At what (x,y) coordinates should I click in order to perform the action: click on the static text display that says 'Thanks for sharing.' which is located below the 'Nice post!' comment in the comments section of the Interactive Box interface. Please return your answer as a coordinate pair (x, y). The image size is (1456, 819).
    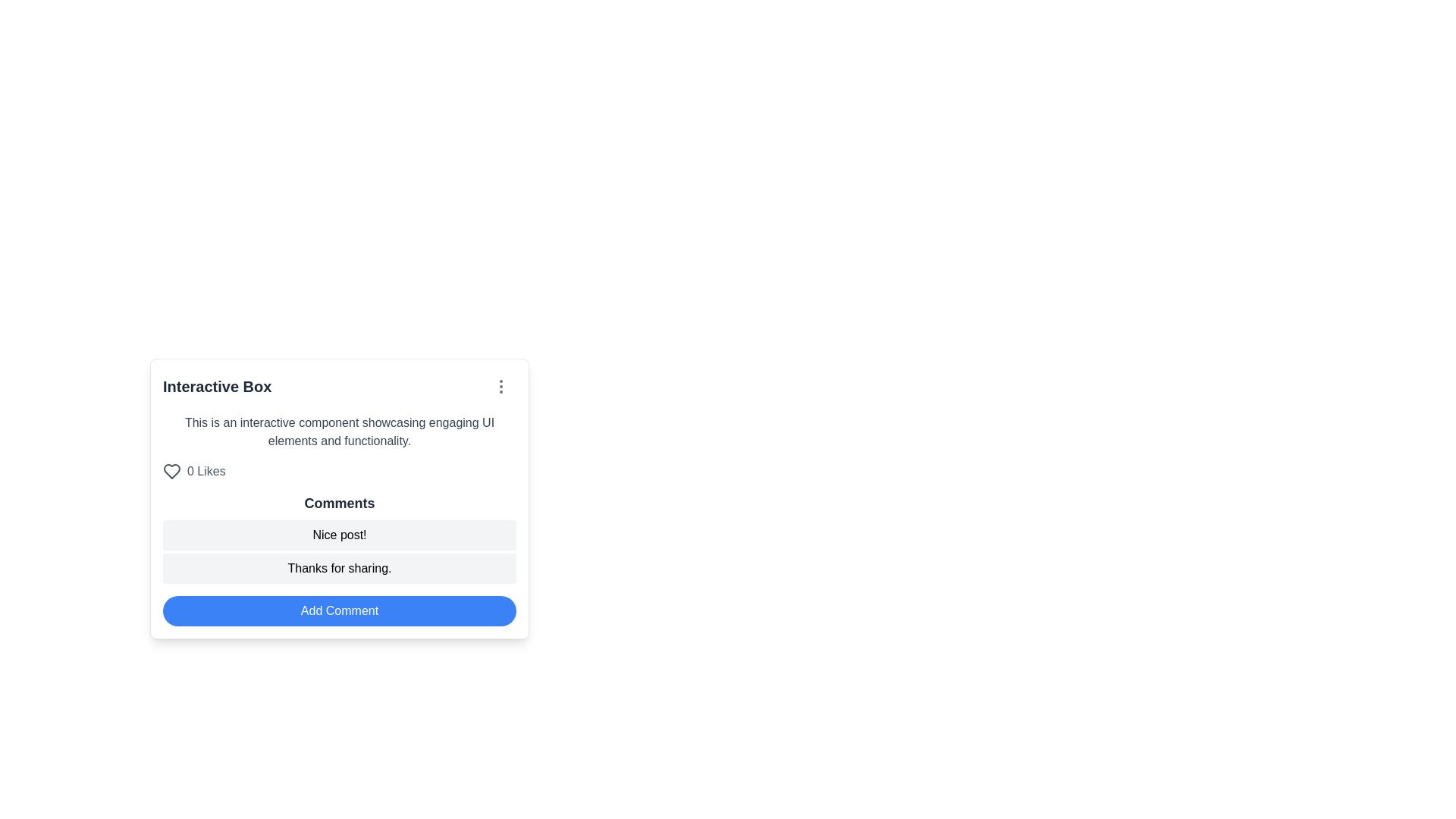
    Looking at the image, I should click on (338, 568).